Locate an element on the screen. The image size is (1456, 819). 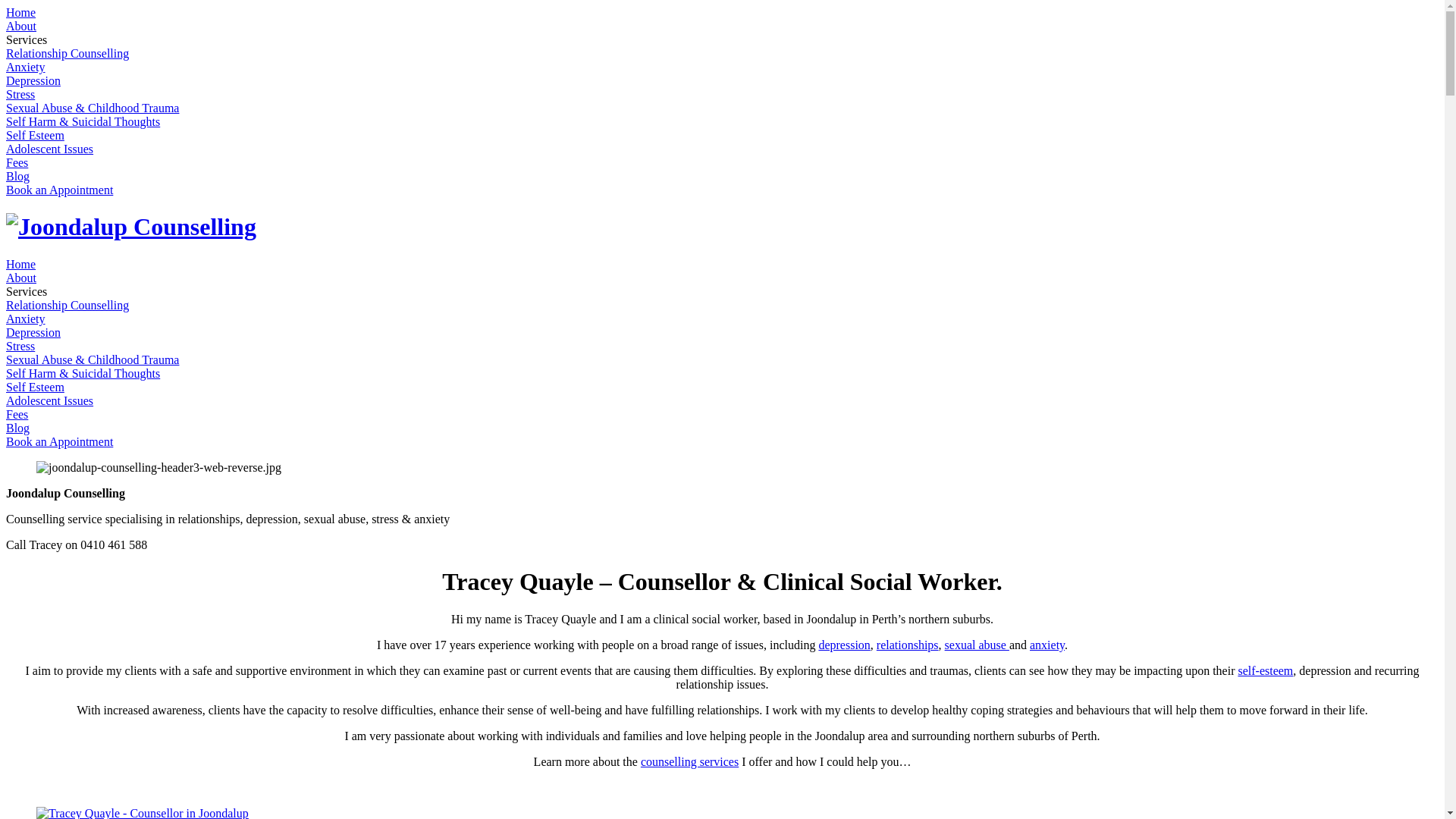
'Adolescent Issues' is located at coordinates (49, 149).